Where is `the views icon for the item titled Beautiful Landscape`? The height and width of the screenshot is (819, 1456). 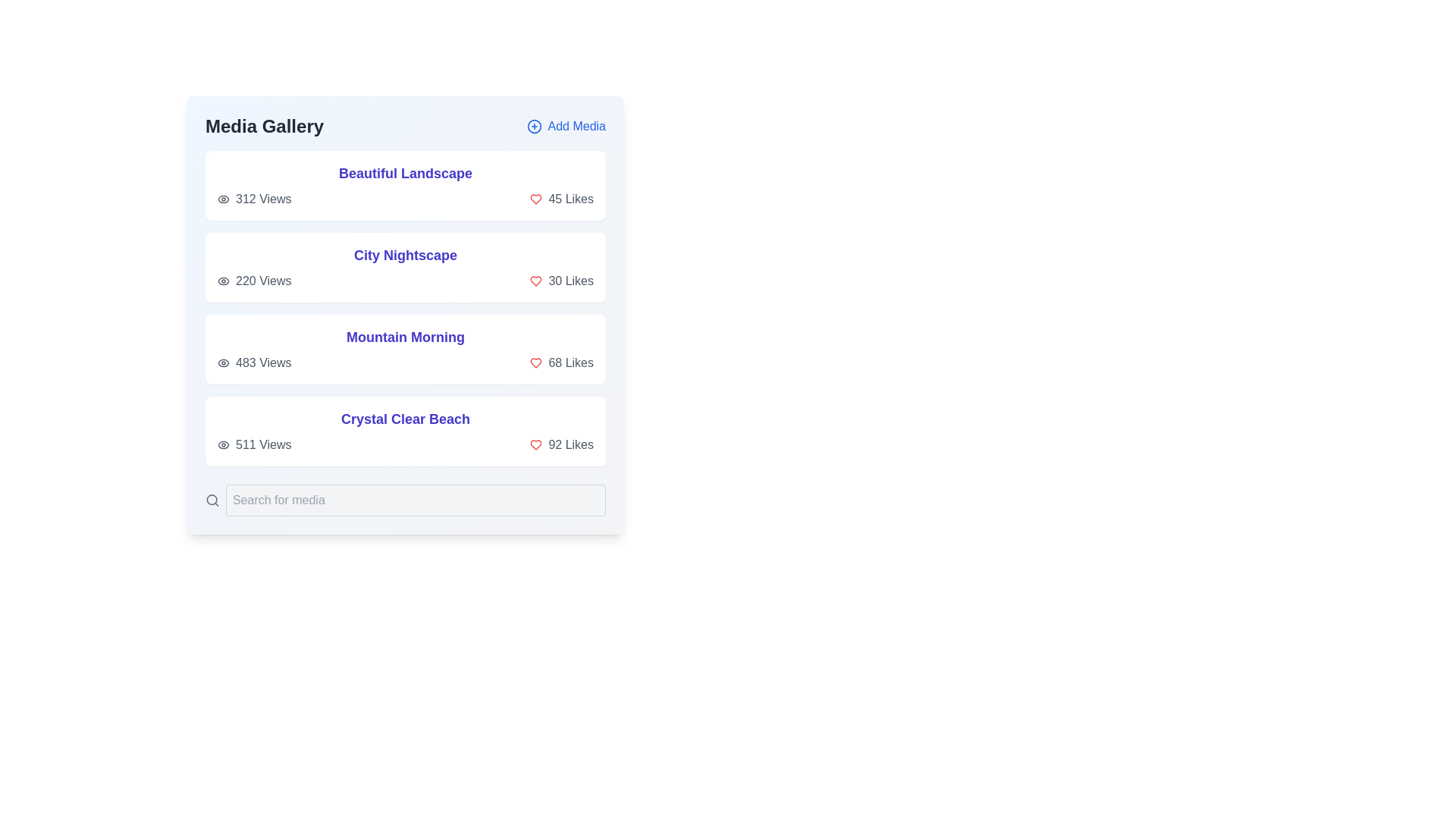 the views icon for the item titled Beautiful Landscape is located at coordinates (222, 198).